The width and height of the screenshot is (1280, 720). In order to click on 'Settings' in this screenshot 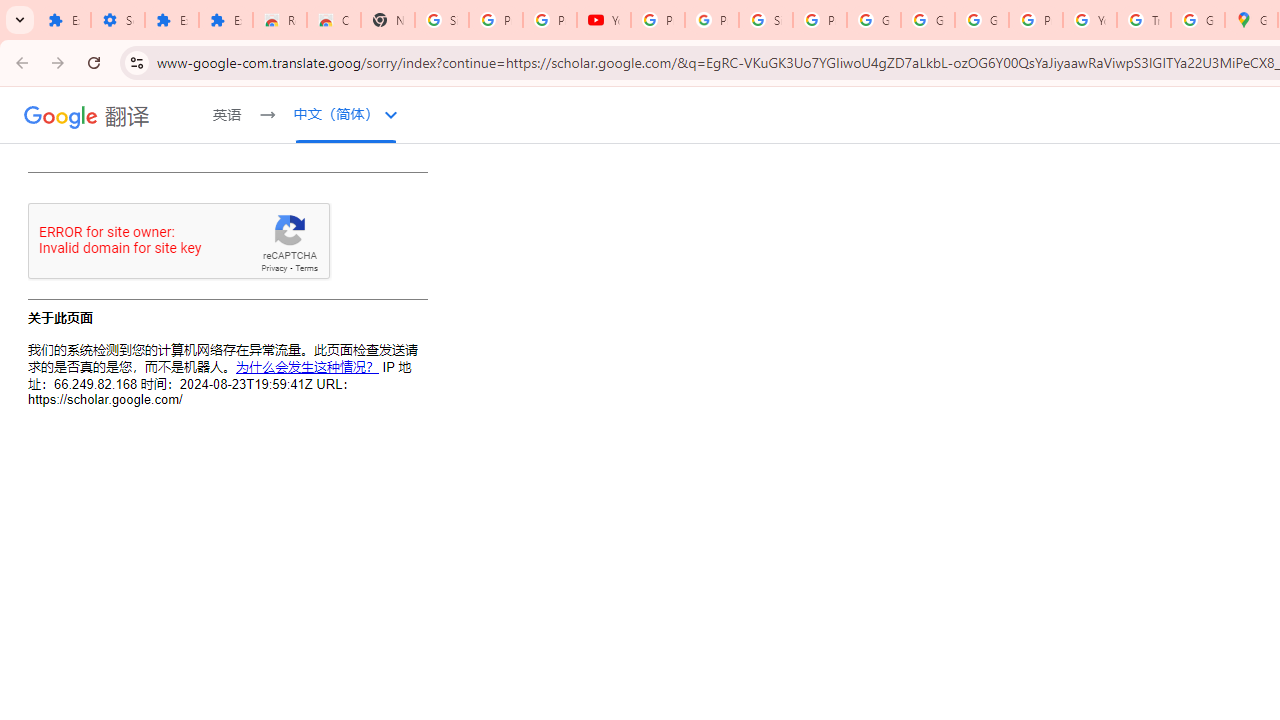, I will do `click(116, 20)`.